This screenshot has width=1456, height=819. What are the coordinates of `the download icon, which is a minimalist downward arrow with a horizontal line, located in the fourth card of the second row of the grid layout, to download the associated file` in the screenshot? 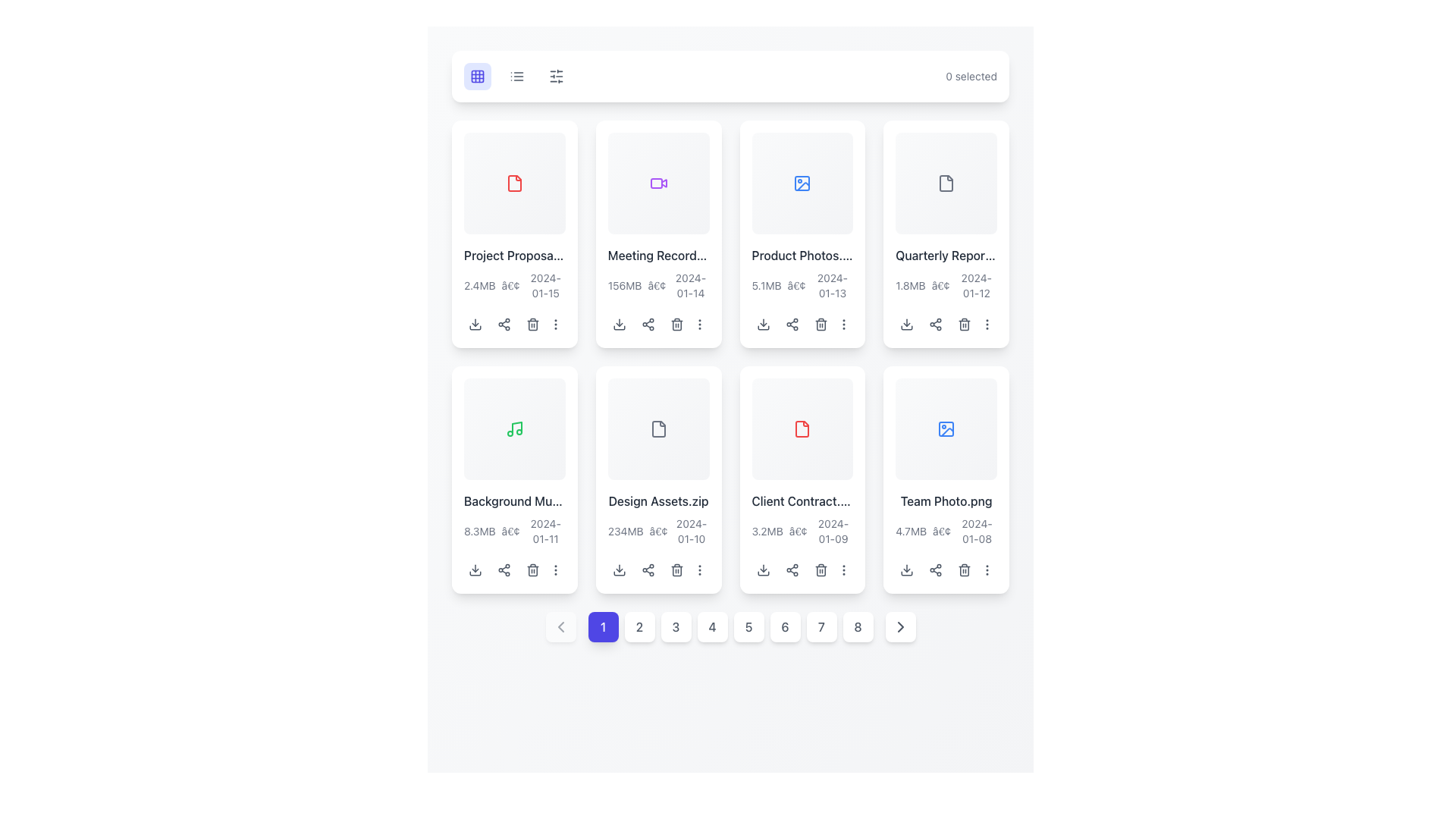 It's located at (907, 323).